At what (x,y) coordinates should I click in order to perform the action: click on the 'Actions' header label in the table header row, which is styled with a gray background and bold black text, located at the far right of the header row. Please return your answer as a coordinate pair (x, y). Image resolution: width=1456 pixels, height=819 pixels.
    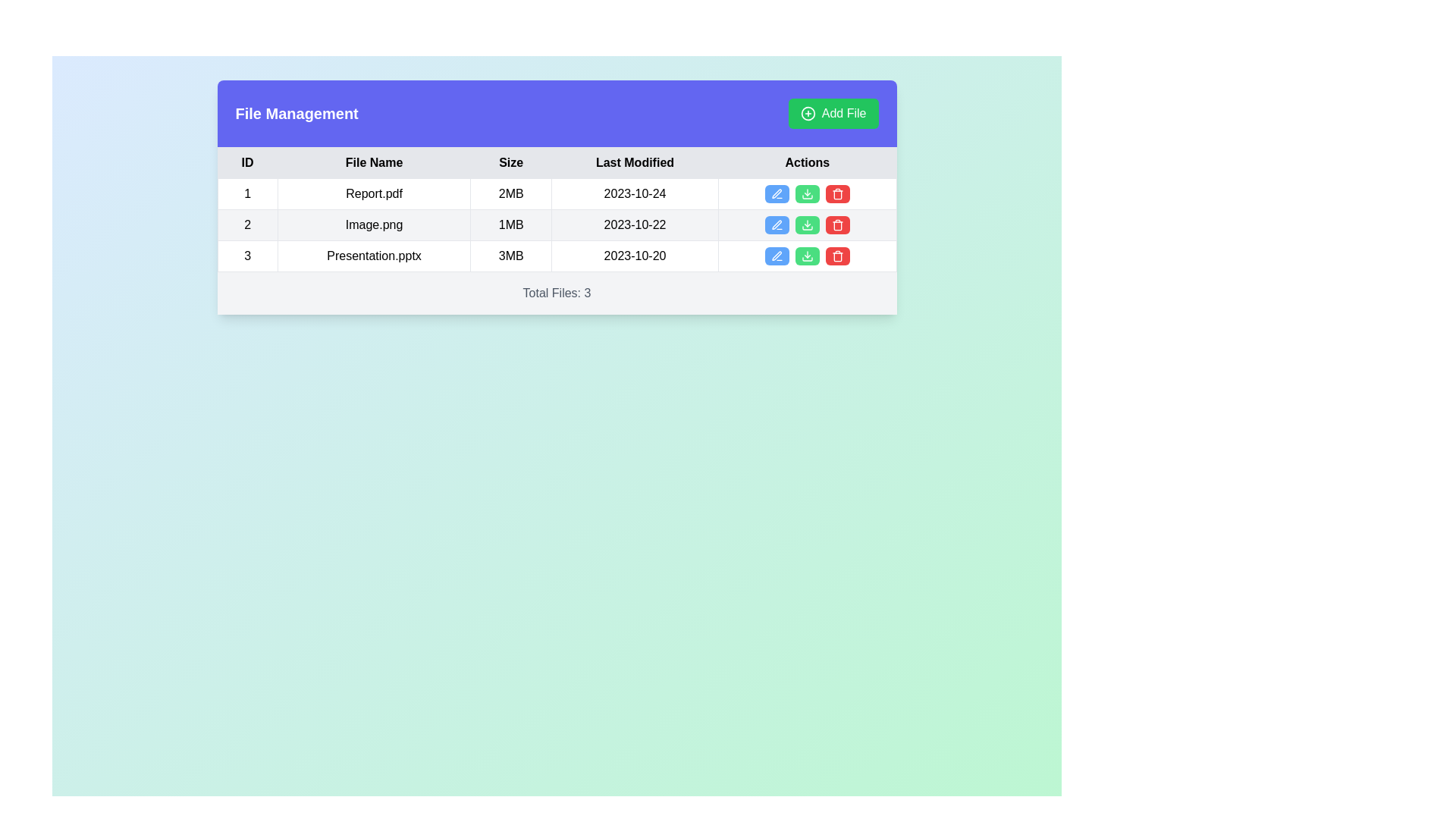
    Looking at the image, I should click on (806, 163).